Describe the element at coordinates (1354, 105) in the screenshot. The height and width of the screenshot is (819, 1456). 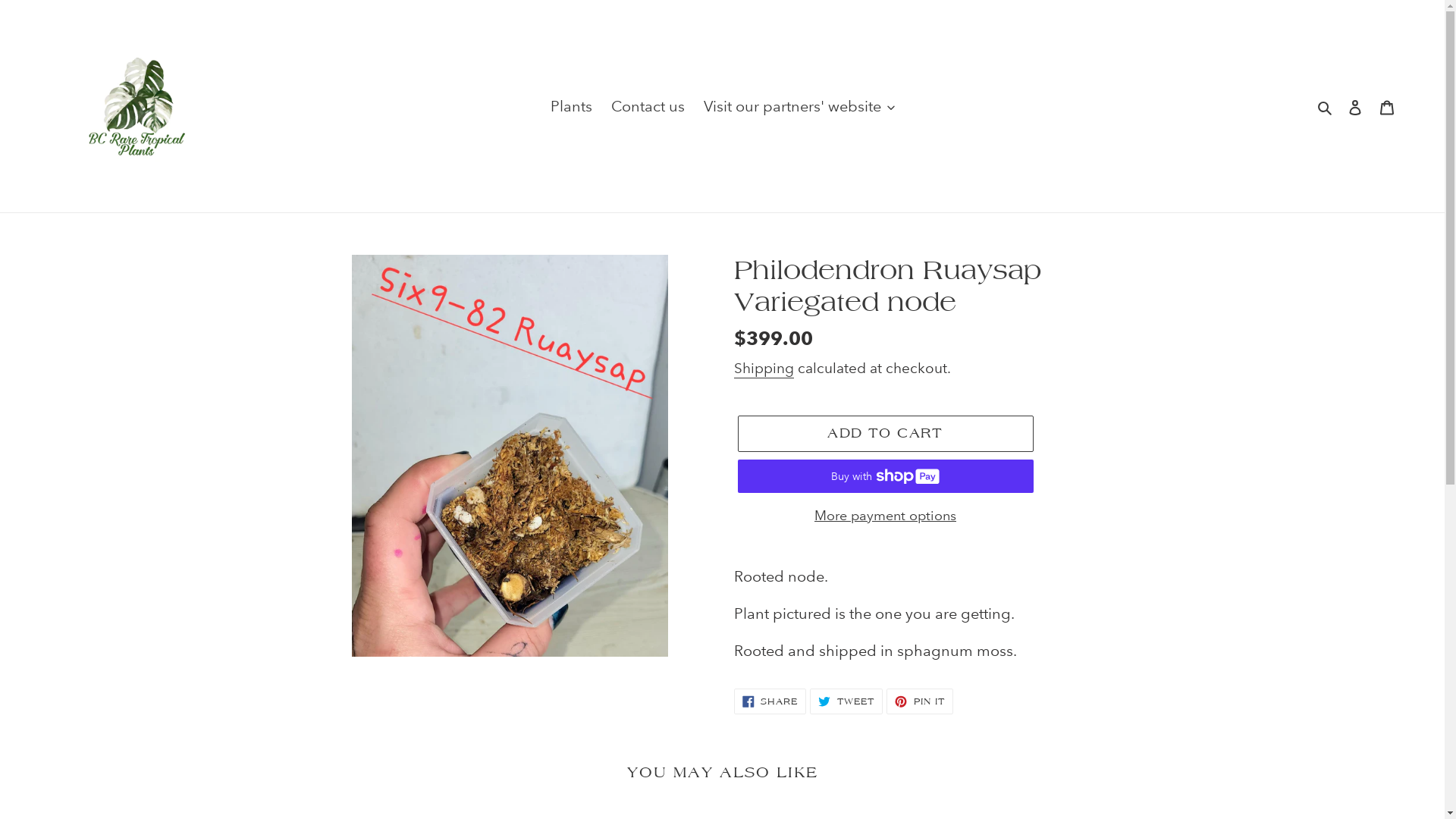
I see `'Log in'` at that location.